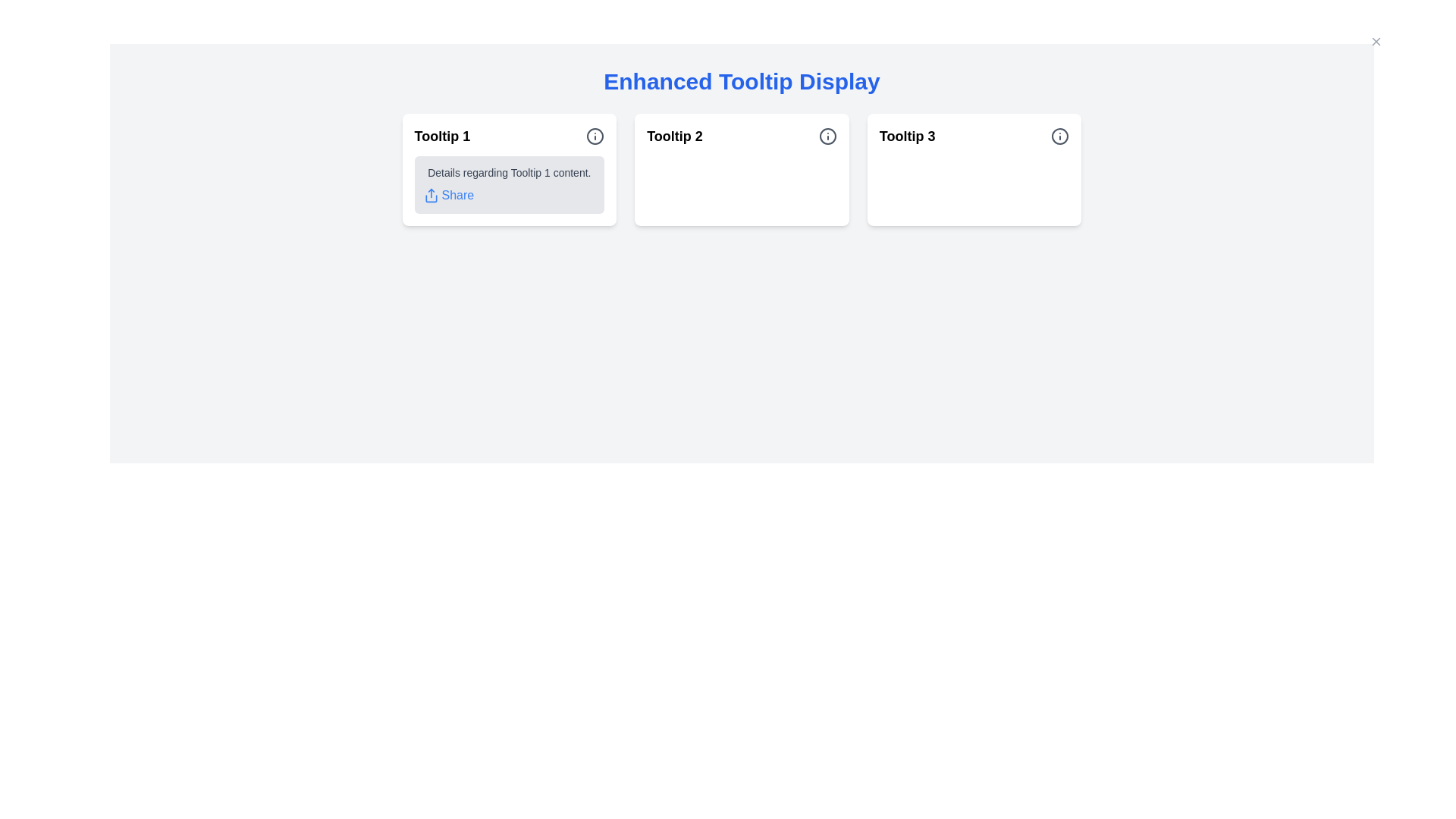 The height and width of the screenshot is (819, 1456). What do you see at coordinates (430, 195) in the screenshot?
I see `the 'Share' icon located in the first tooltip box under 'Tooltip 1' to initiate sharing` at bounding box center [430, 195].